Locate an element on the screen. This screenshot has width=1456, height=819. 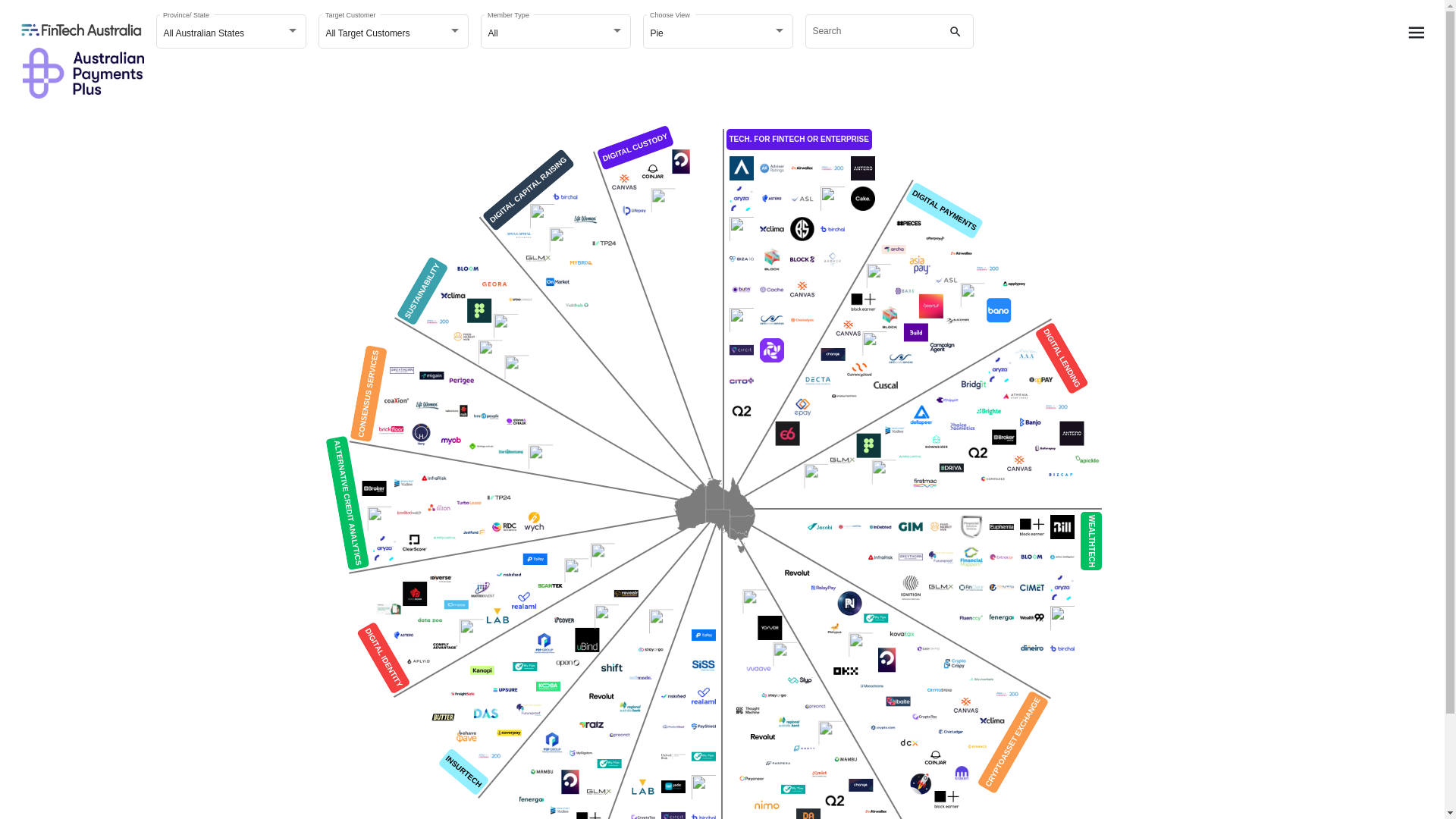
'DeCX Pty Ltd' is located at coordinates (909, 742).